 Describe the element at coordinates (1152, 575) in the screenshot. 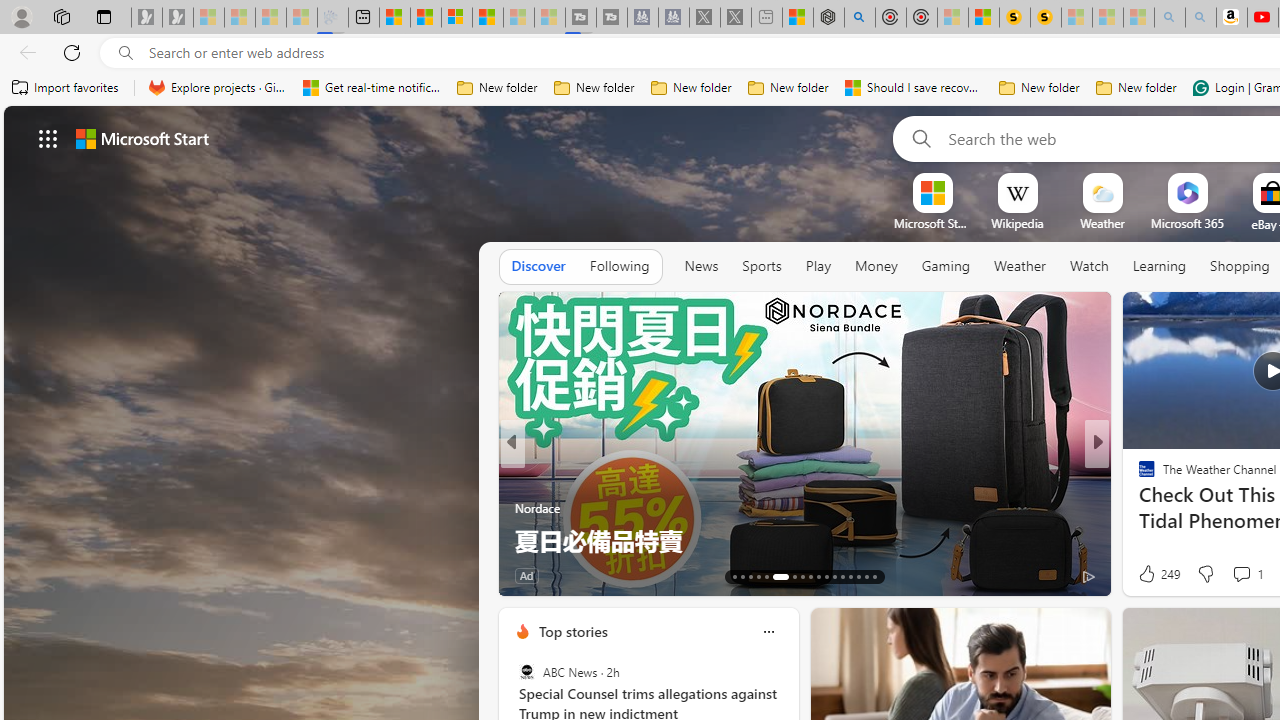

I see `'117 Like'` at that location.